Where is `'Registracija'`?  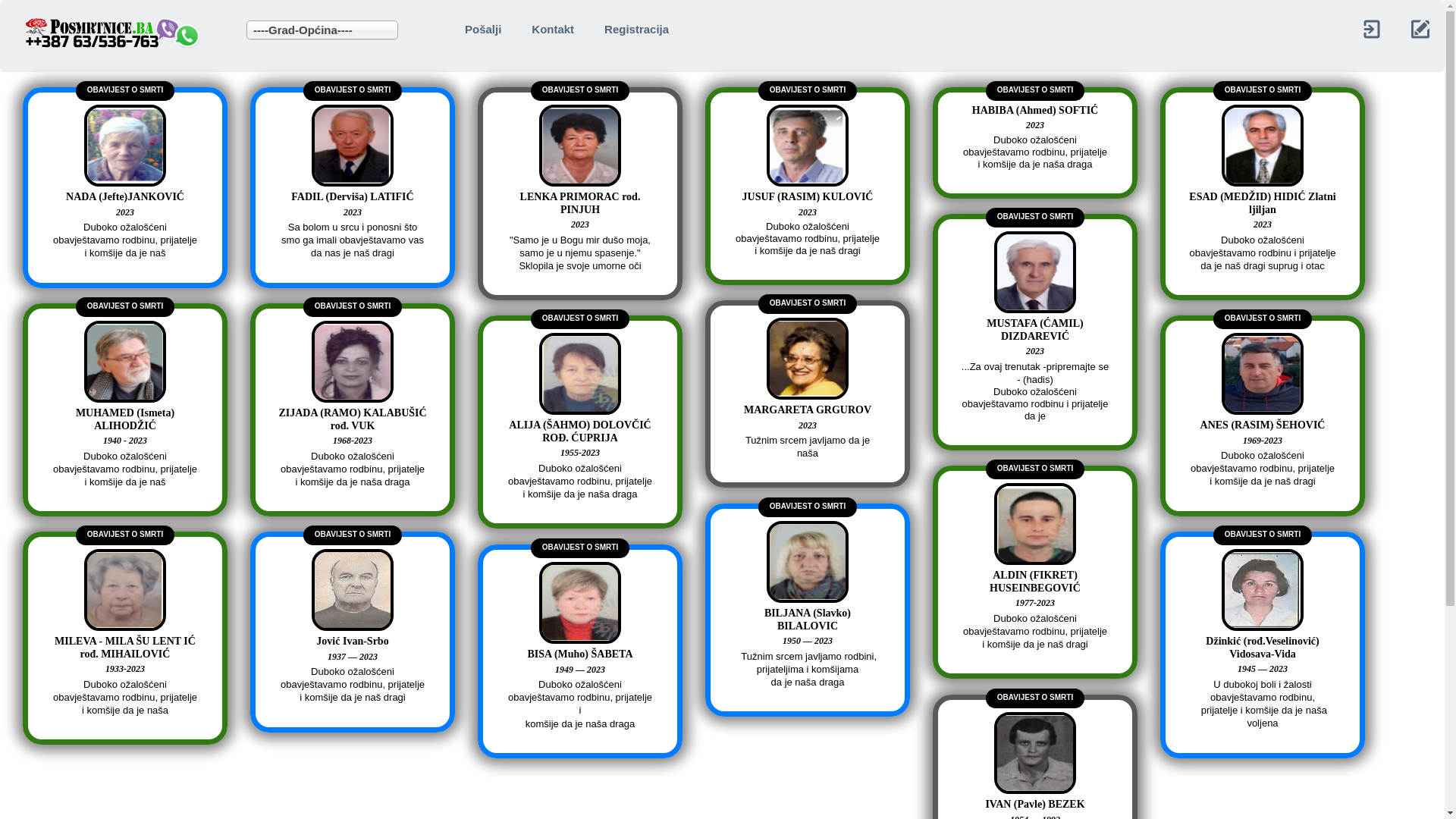 'Registracija' is located at coordinates (636, 29).